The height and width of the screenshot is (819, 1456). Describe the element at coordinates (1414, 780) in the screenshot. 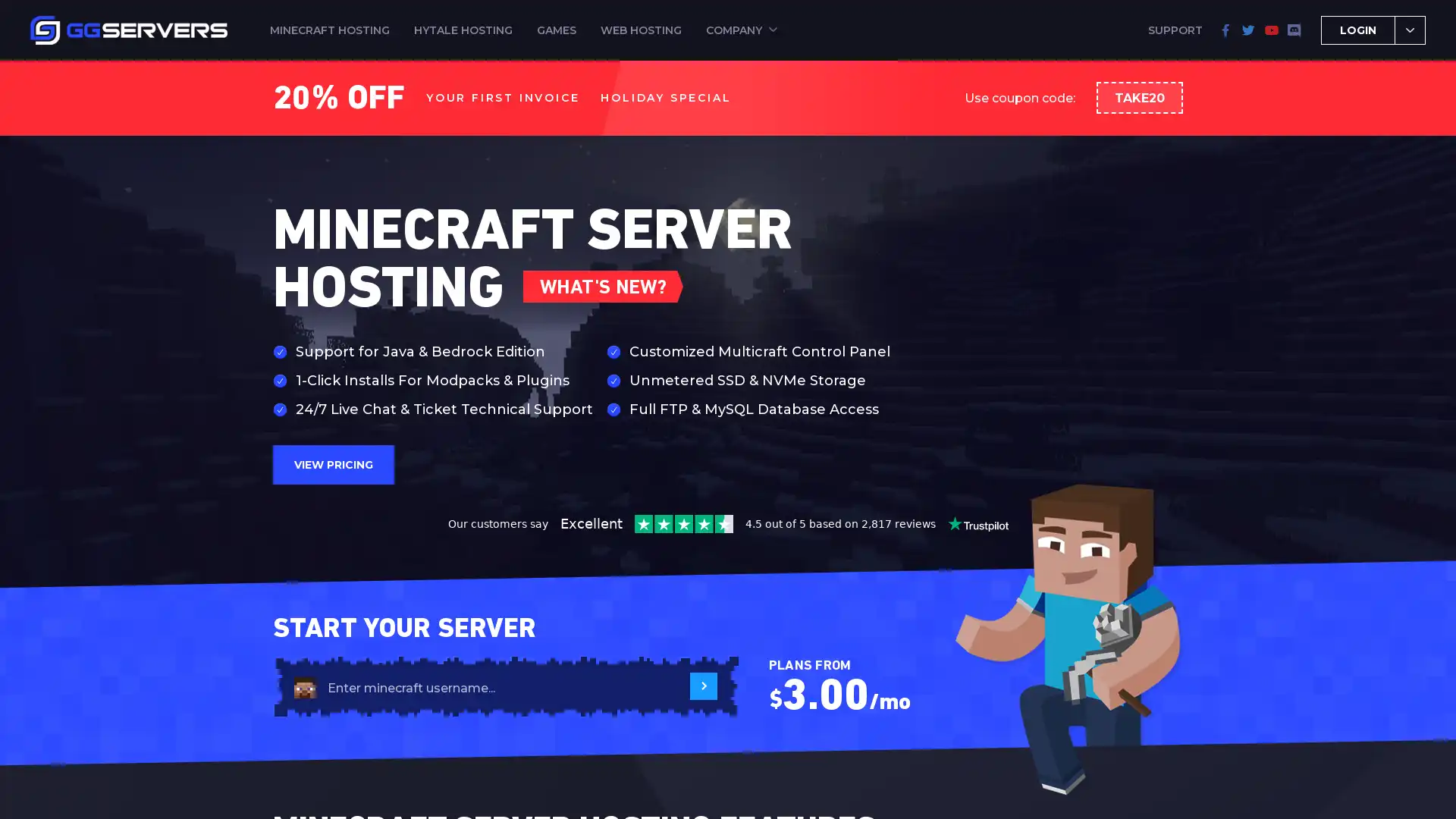

I see `GGServers Support Support is online. Come Chat With Us!` at that location.